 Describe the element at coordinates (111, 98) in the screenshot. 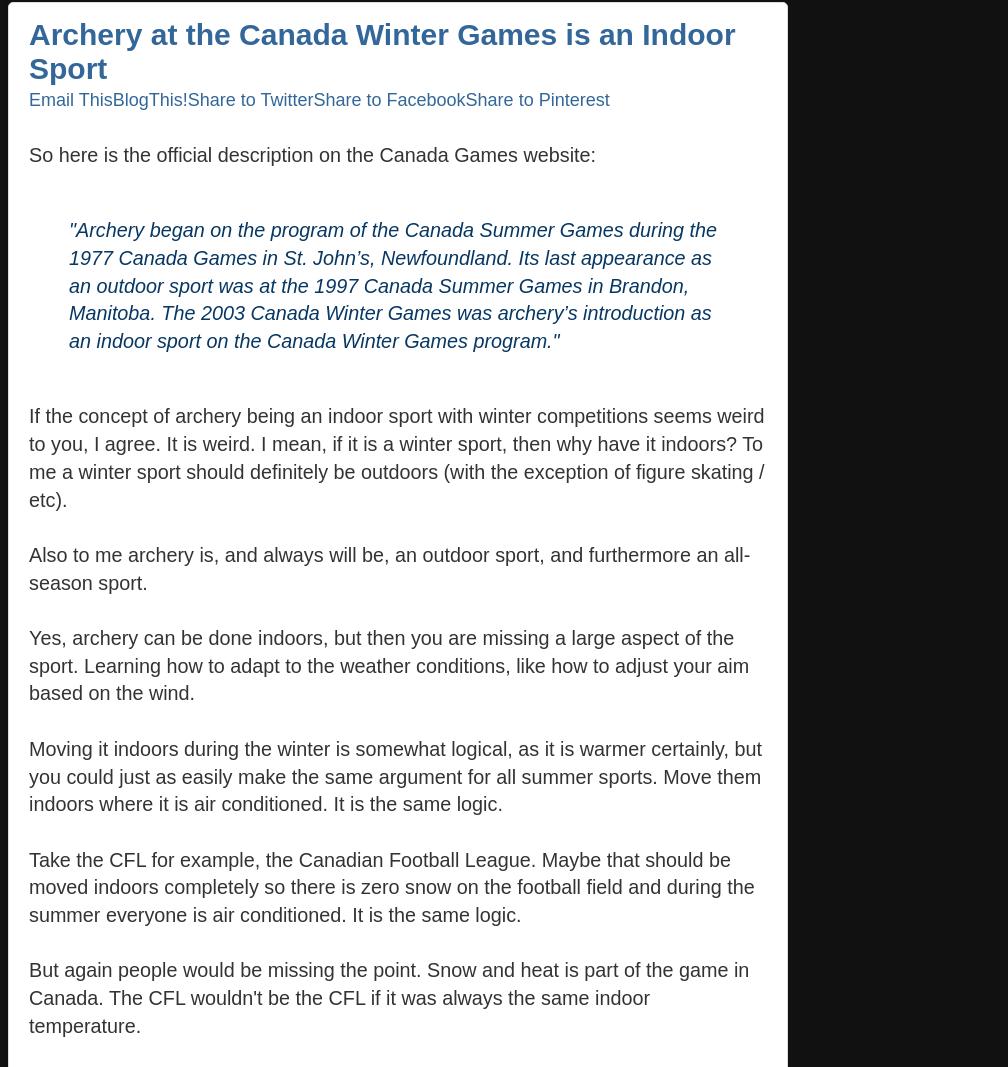

I see `'BlogThis!'` at that location.